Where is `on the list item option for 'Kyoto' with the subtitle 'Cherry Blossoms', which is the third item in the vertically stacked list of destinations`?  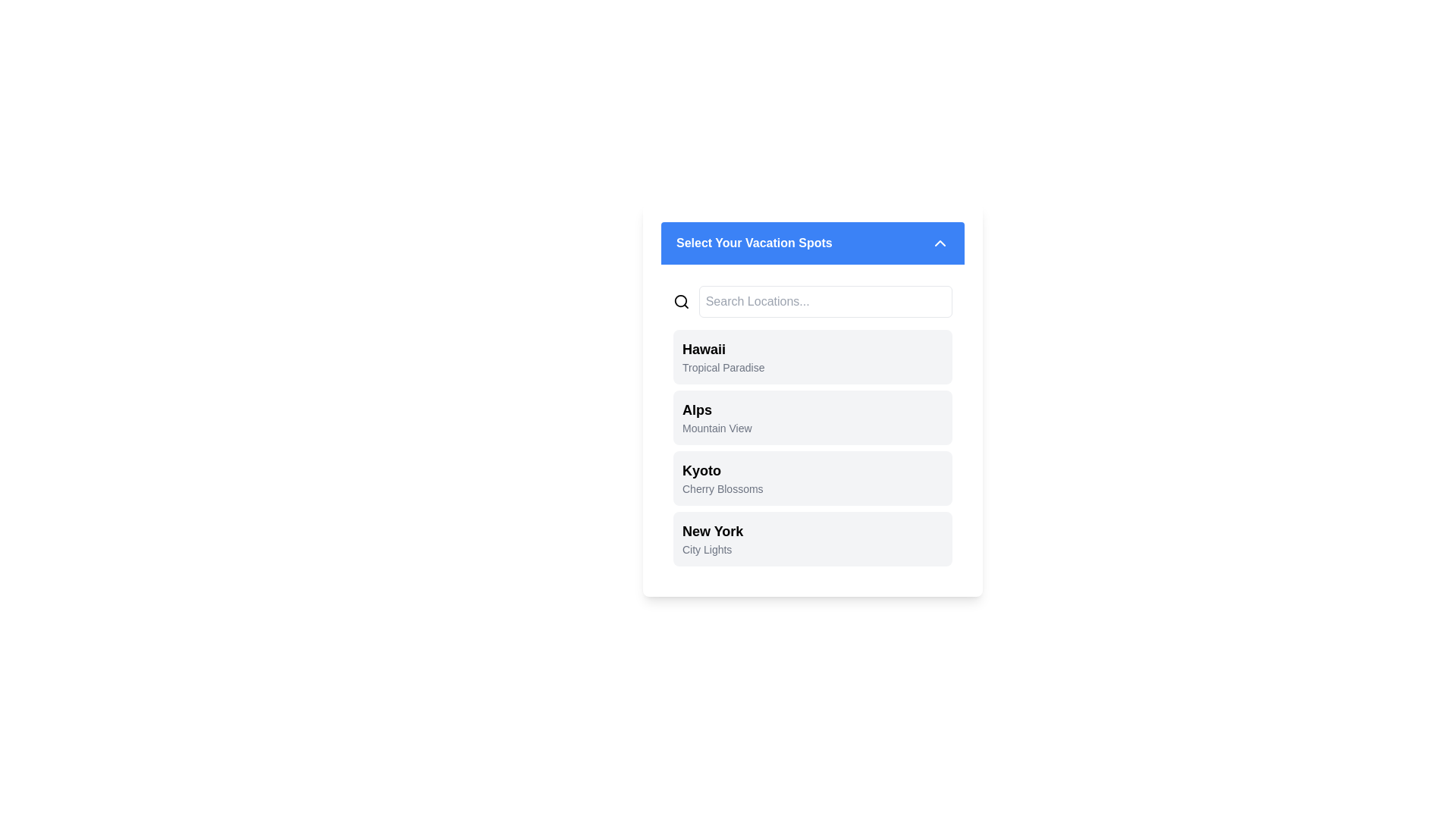
on the list item option for 'Kyoto' with the subtitle 'Cherry Blossoms', which is the third item in the vertically stacked list of destinations is located at coordinates (722, 479).